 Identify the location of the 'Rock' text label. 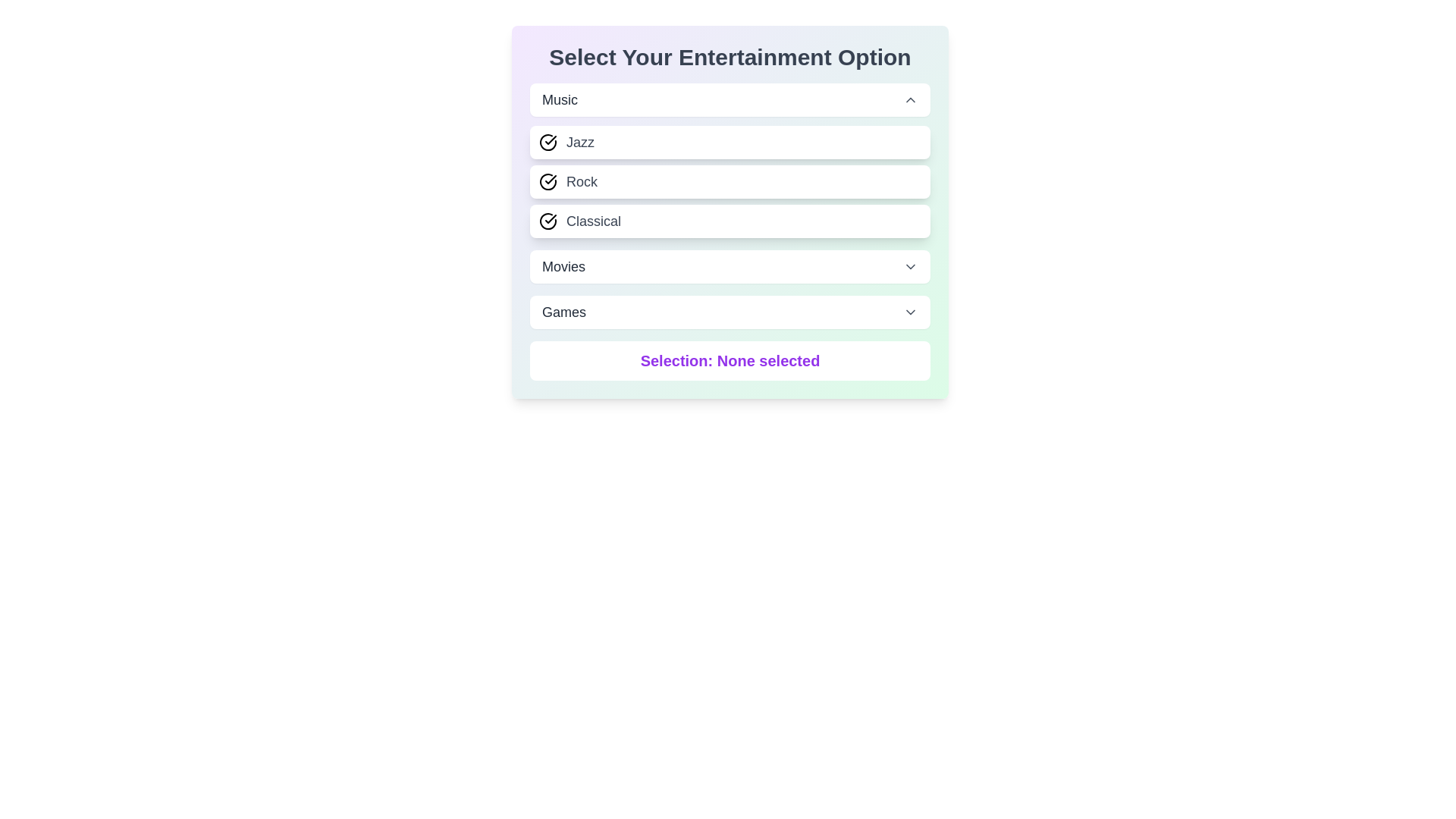
(581, 180).